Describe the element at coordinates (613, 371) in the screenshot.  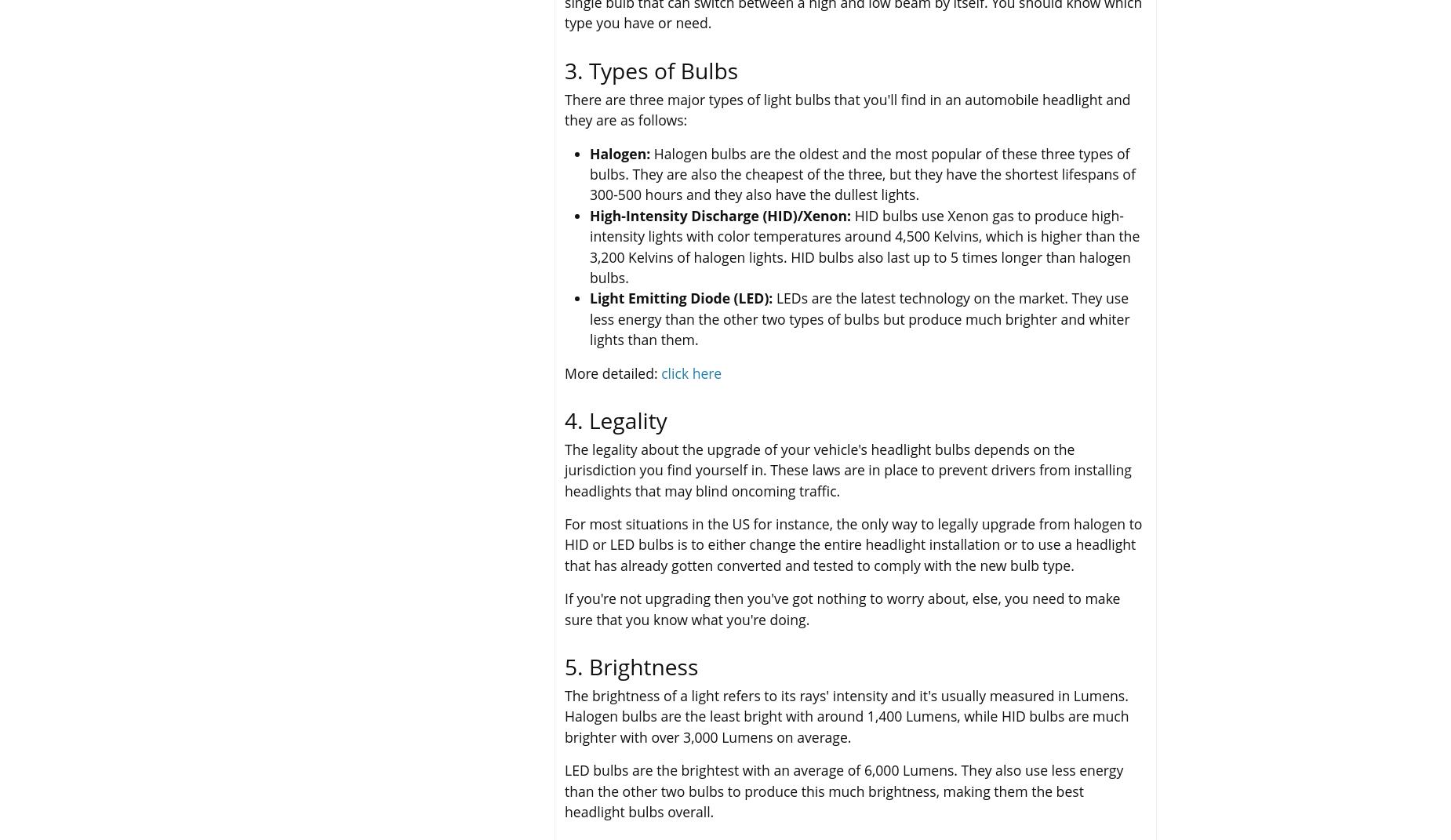
I see `'More detailed:'` at that location.